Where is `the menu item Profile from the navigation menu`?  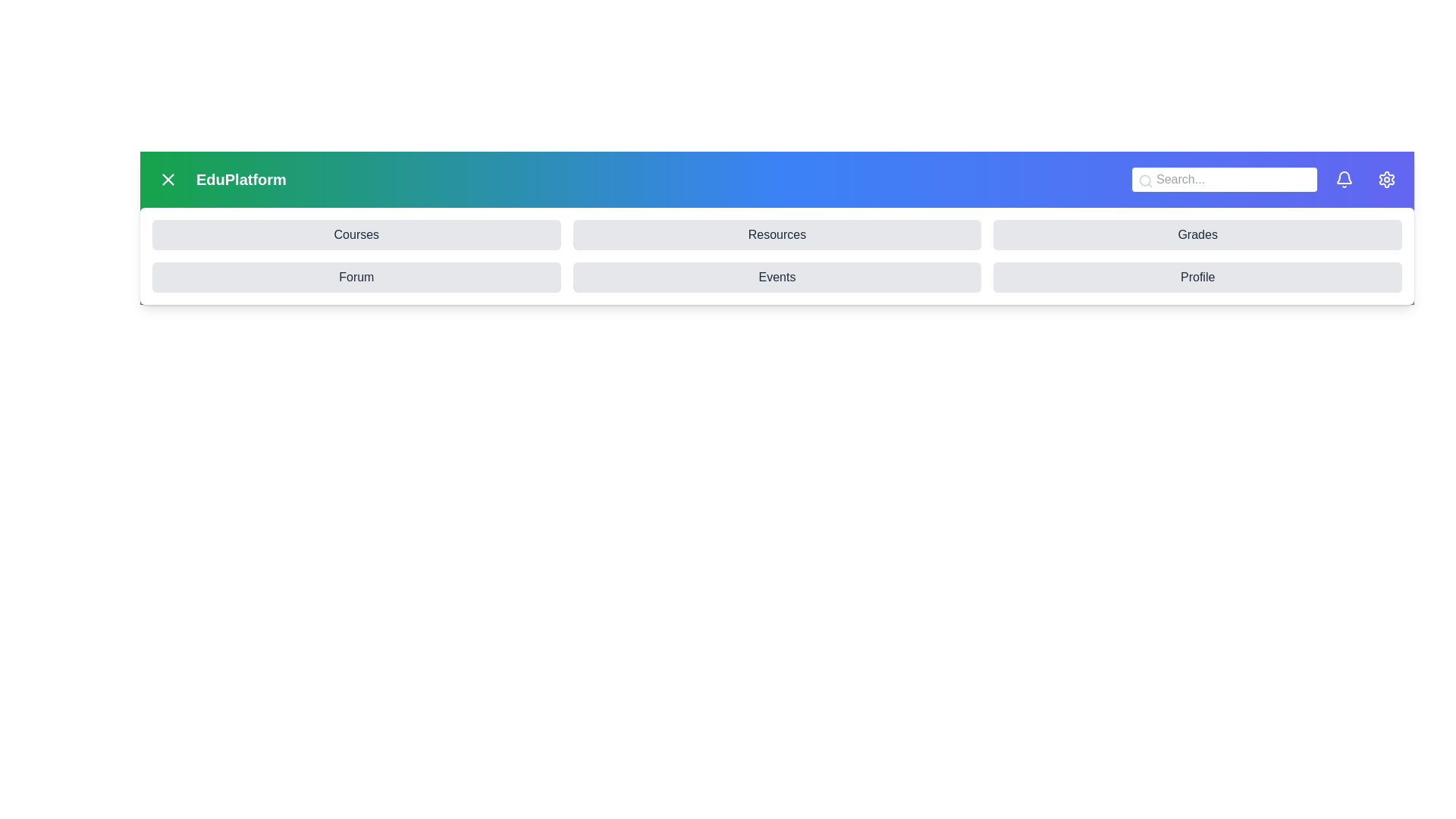 the menu item Profile from the navigation menu is located at coordinates (1197, 278).